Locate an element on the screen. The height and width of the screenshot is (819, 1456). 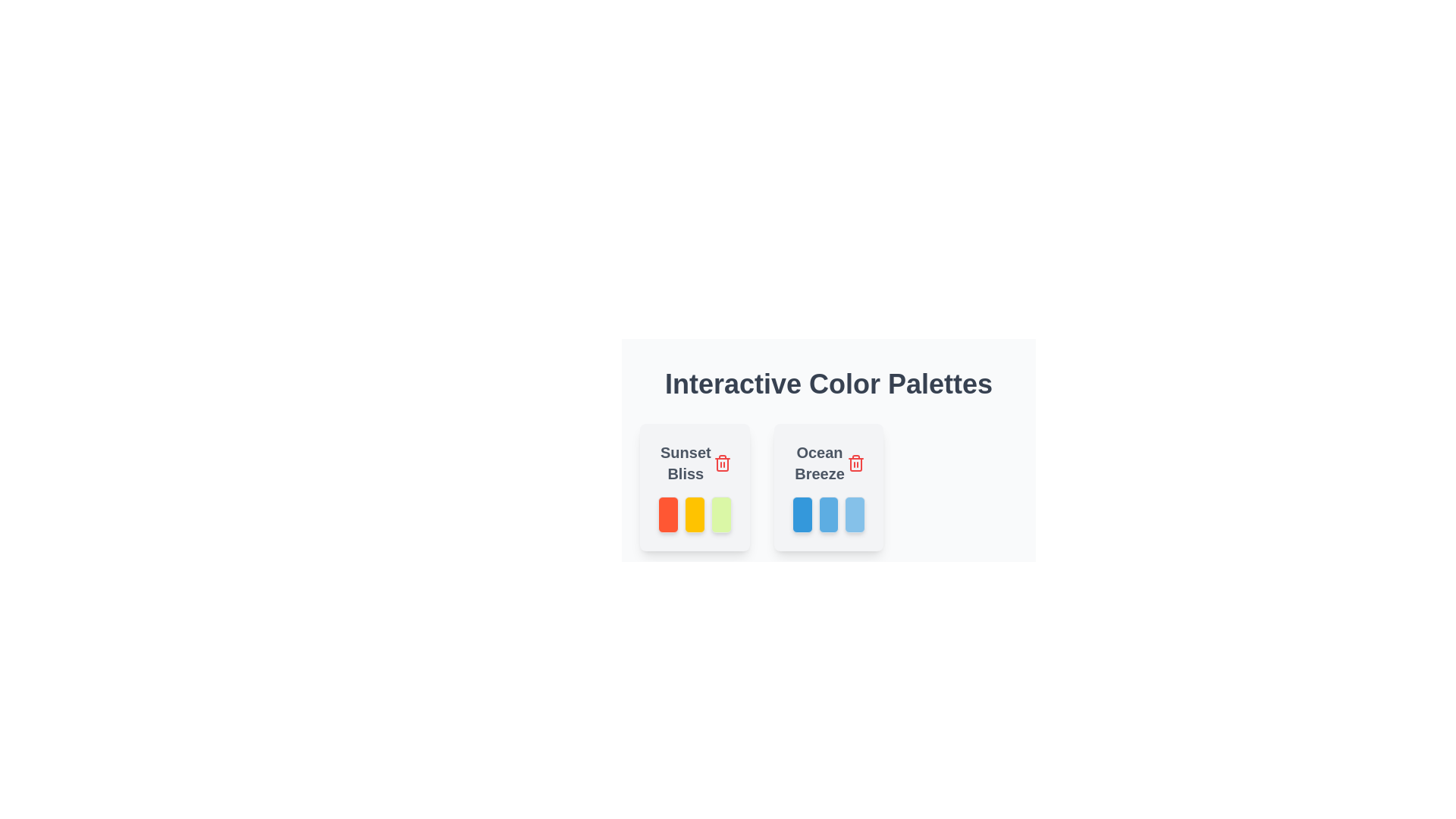
the third color tile in the 'Sunset Bliss' palette, which serves as a color indicator is located at coordinates (720, 513).